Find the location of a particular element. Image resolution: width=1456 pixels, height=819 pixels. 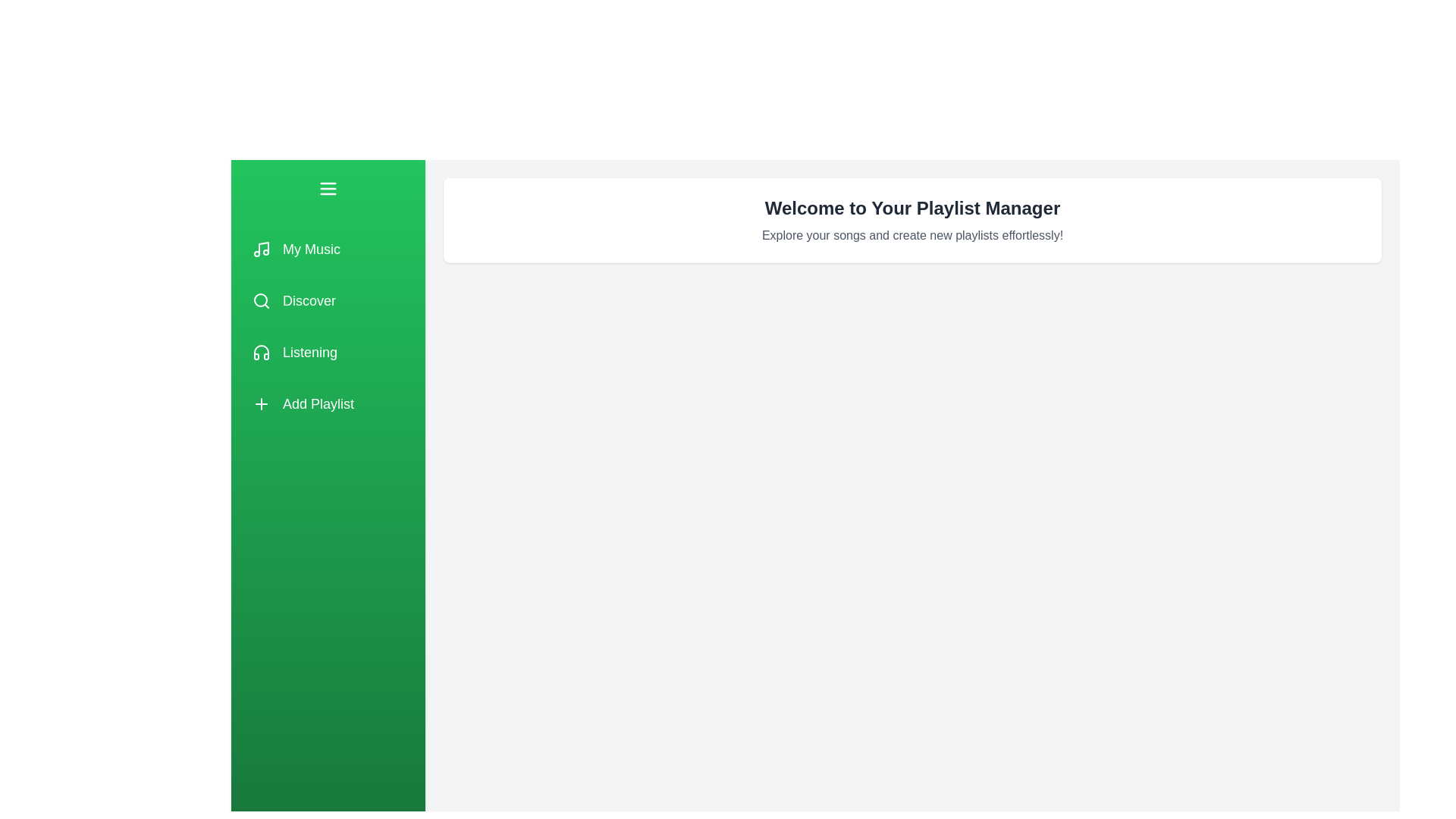

the playlist option labeled Discover is located at coordinates (327, 301).